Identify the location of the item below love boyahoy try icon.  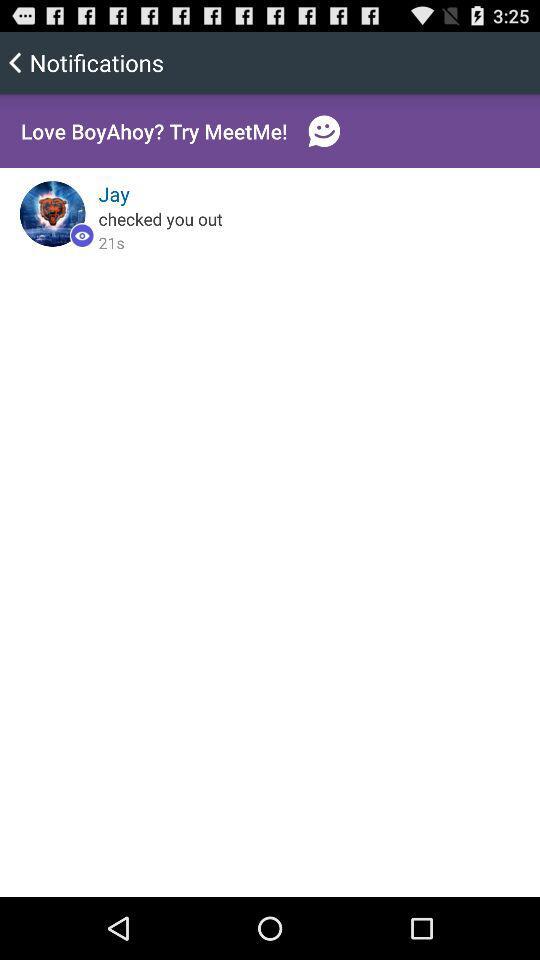
(114, 194).